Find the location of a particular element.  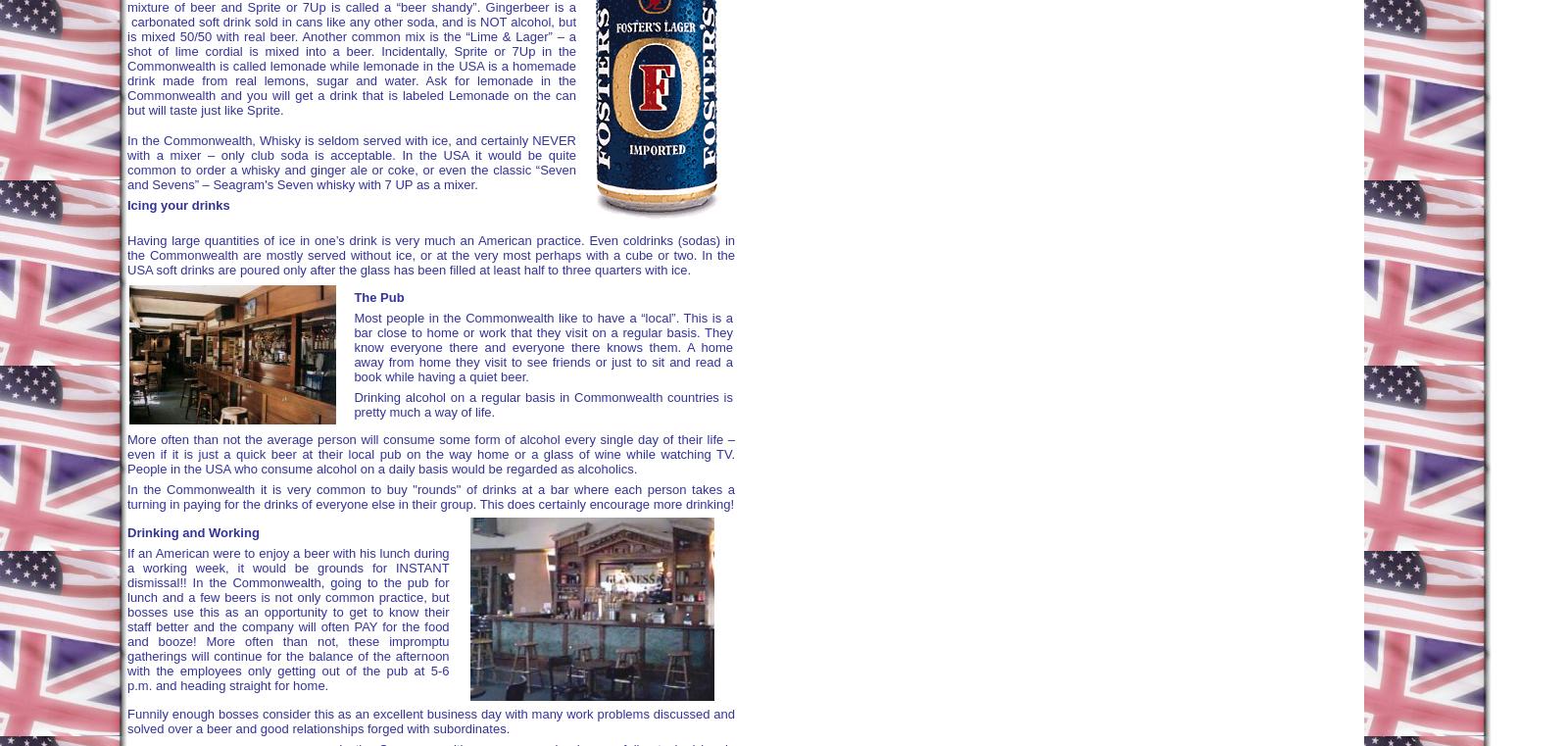

'Drinking
      alcohol on a regular basis in Commonwealth countries is pretty much a way
      of life.' is located at coordinates (353, 404).